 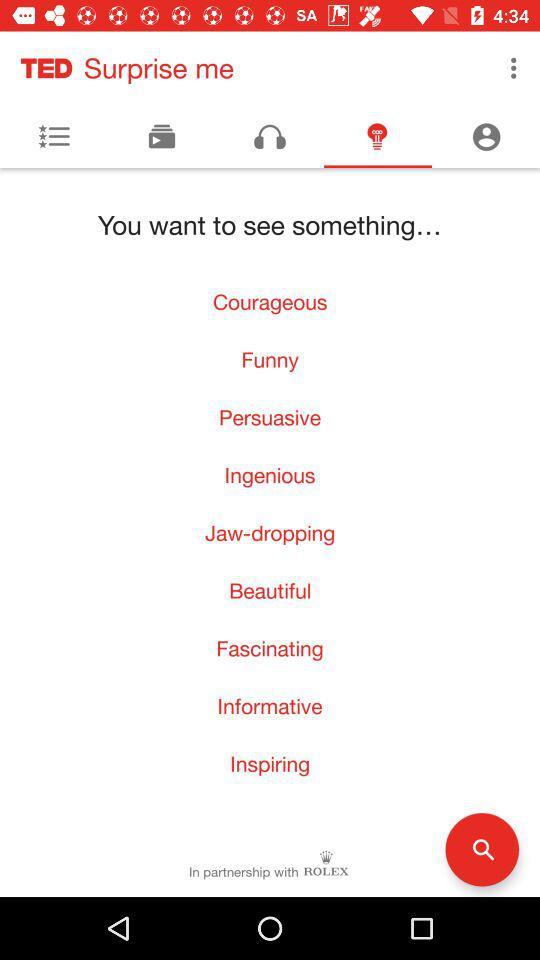 What do you see at coordinates (270, 416) in the screenshot?
I see `the item above the ingenious item` at bounding box center [270, 416].